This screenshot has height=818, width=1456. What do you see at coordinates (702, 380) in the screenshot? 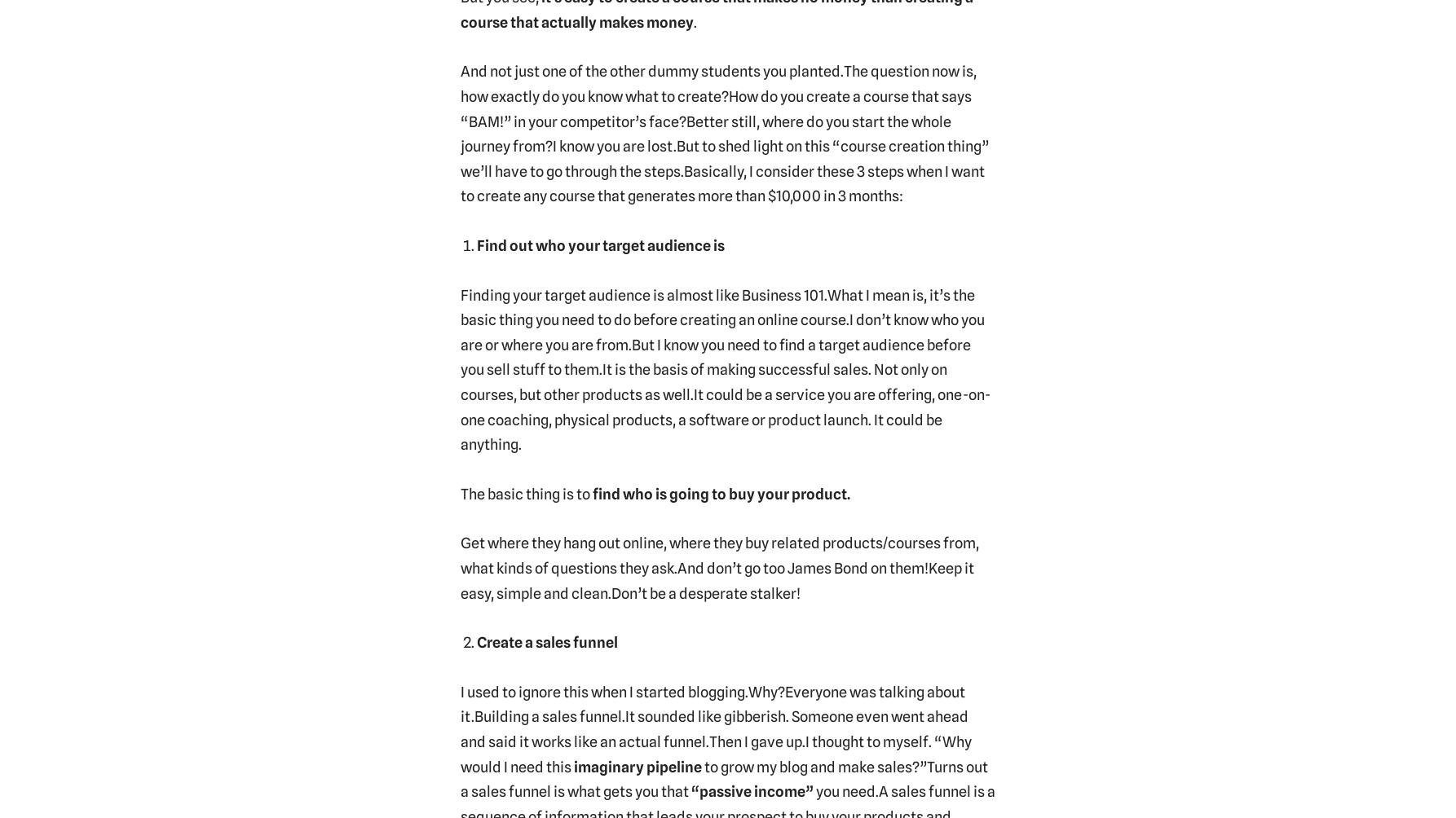
I see `'It is the basis of making successful sales. Not only on courses, but other products as well.'` at bounding box center [702, 380].